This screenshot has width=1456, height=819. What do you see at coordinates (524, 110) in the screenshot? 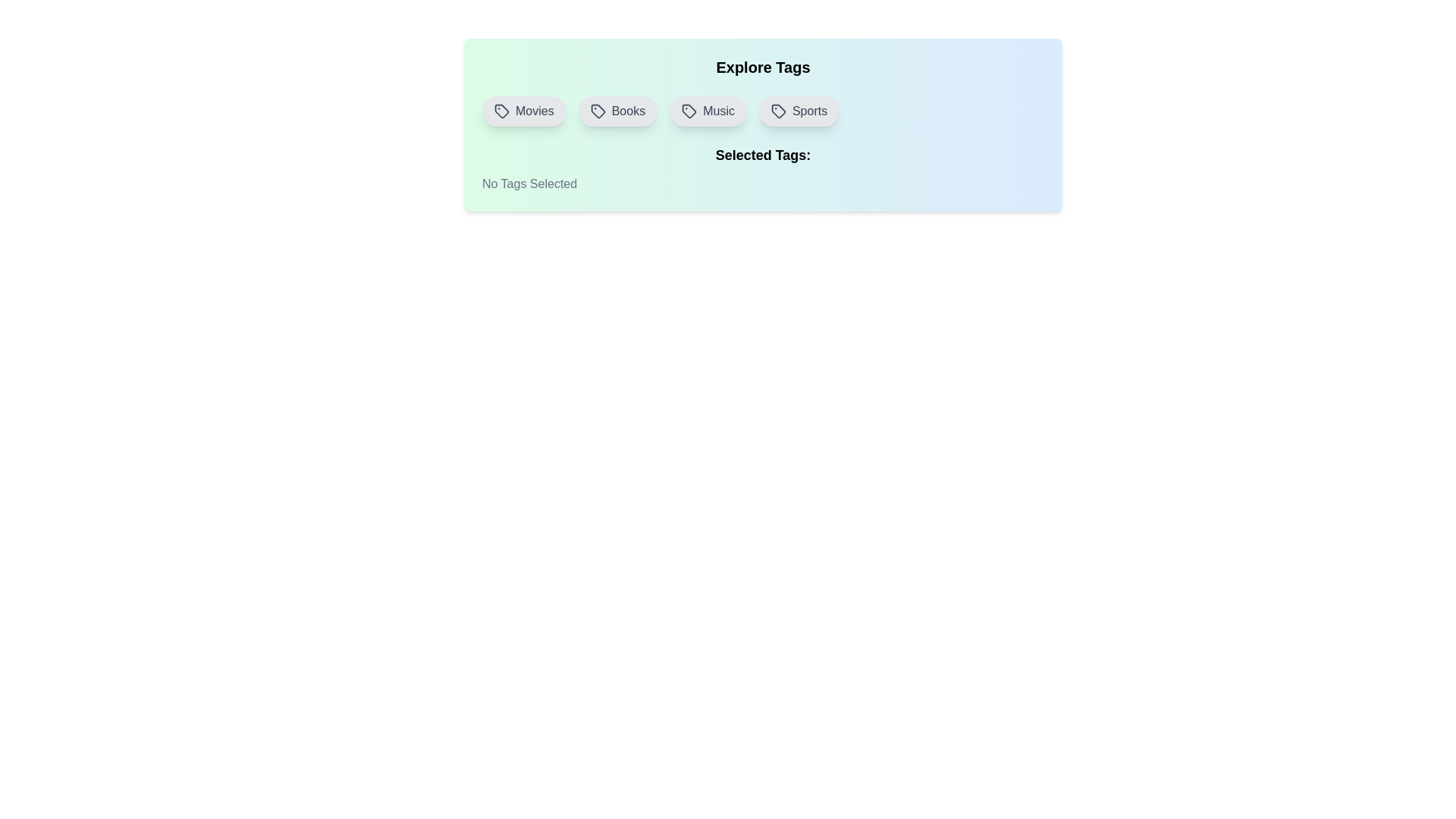
I see `the 'Movies' button, which is the first item in a horizontal list of categories including 'Books,' 'Music,' and 'Sports'` at bounding box center [524, 110].